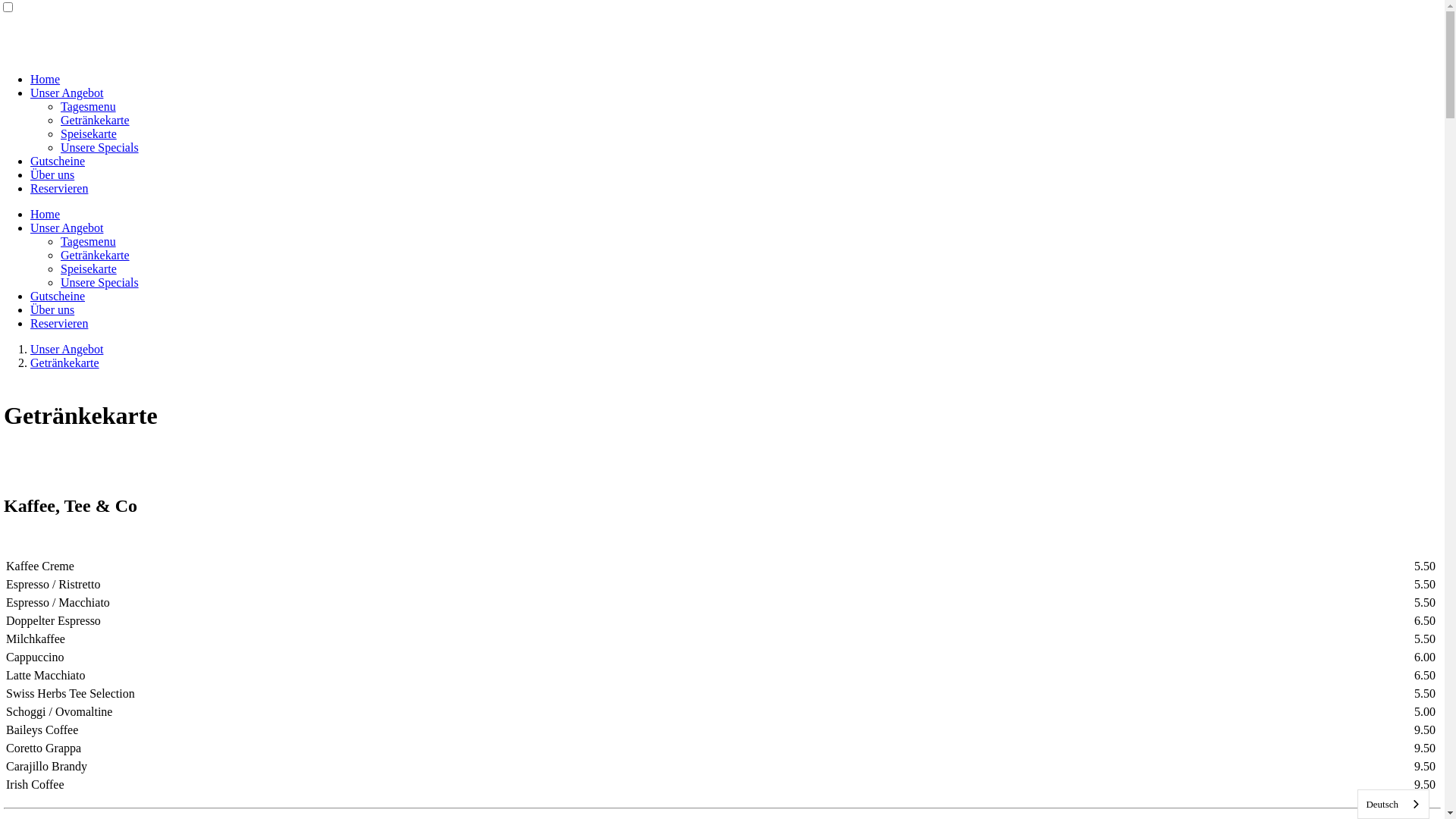 This screenshot has height=819, width=1456. What do you see at coordinates (58, 296) in the screenshot?
I see `'Gutscheine'` at bounding box center [58, 296].